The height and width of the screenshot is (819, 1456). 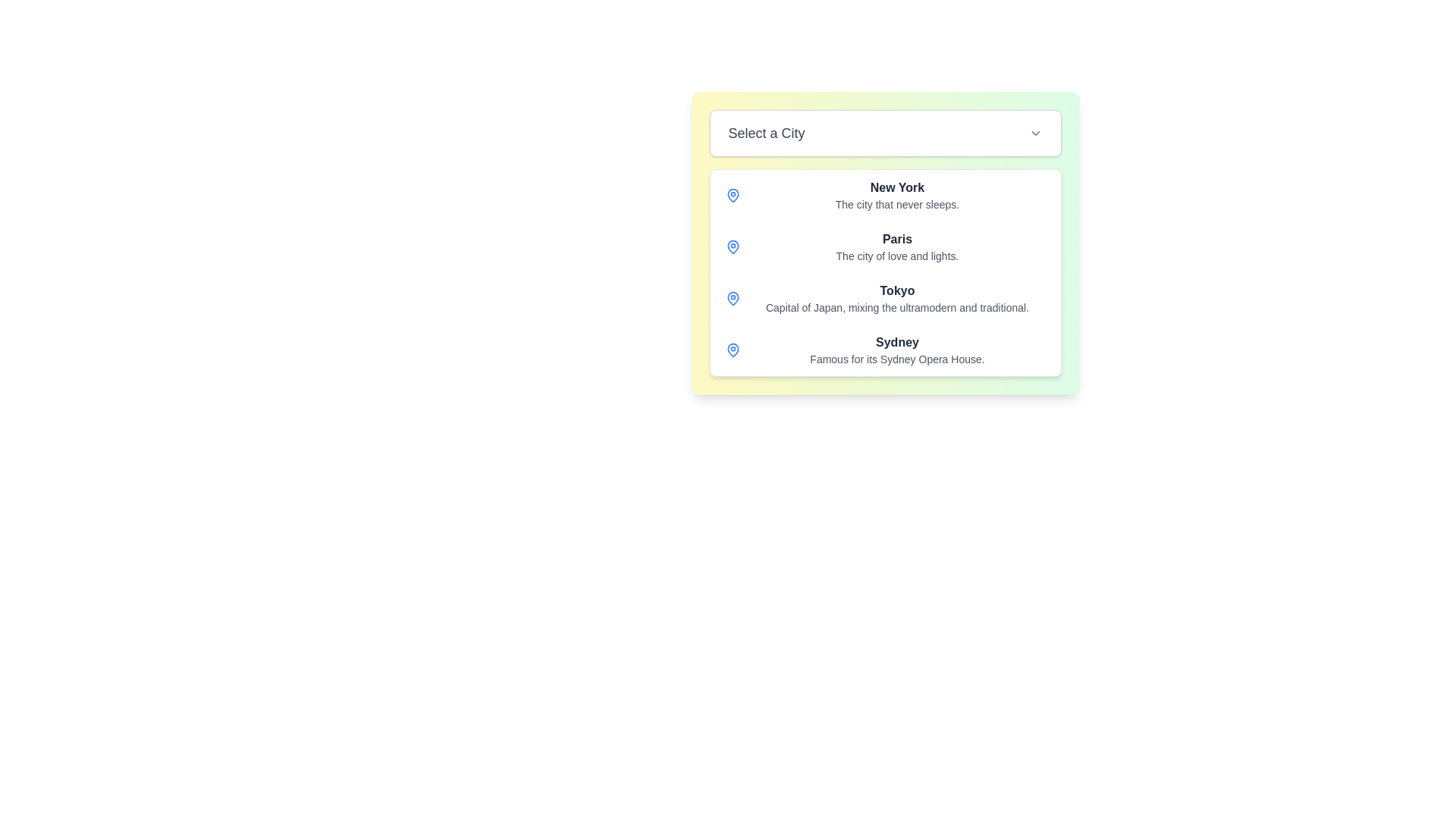 I want to click on the graphical pin icon with blue outlines, which is adjacent to the second item in a vertically arranged list, so click(x=733, y=246).